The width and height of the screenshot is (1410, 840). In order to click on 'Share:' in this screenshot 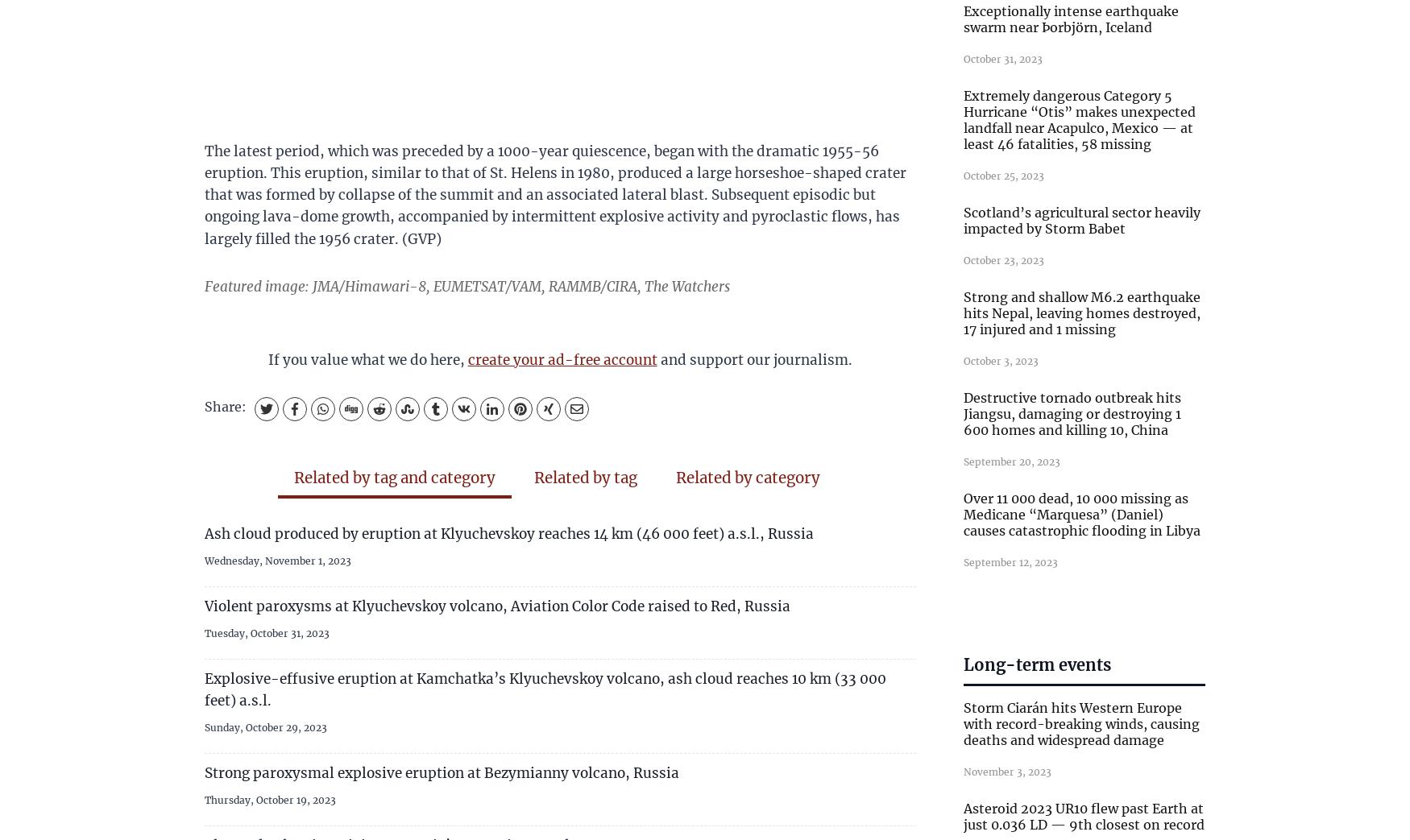, I will do `click(225, 406)`.